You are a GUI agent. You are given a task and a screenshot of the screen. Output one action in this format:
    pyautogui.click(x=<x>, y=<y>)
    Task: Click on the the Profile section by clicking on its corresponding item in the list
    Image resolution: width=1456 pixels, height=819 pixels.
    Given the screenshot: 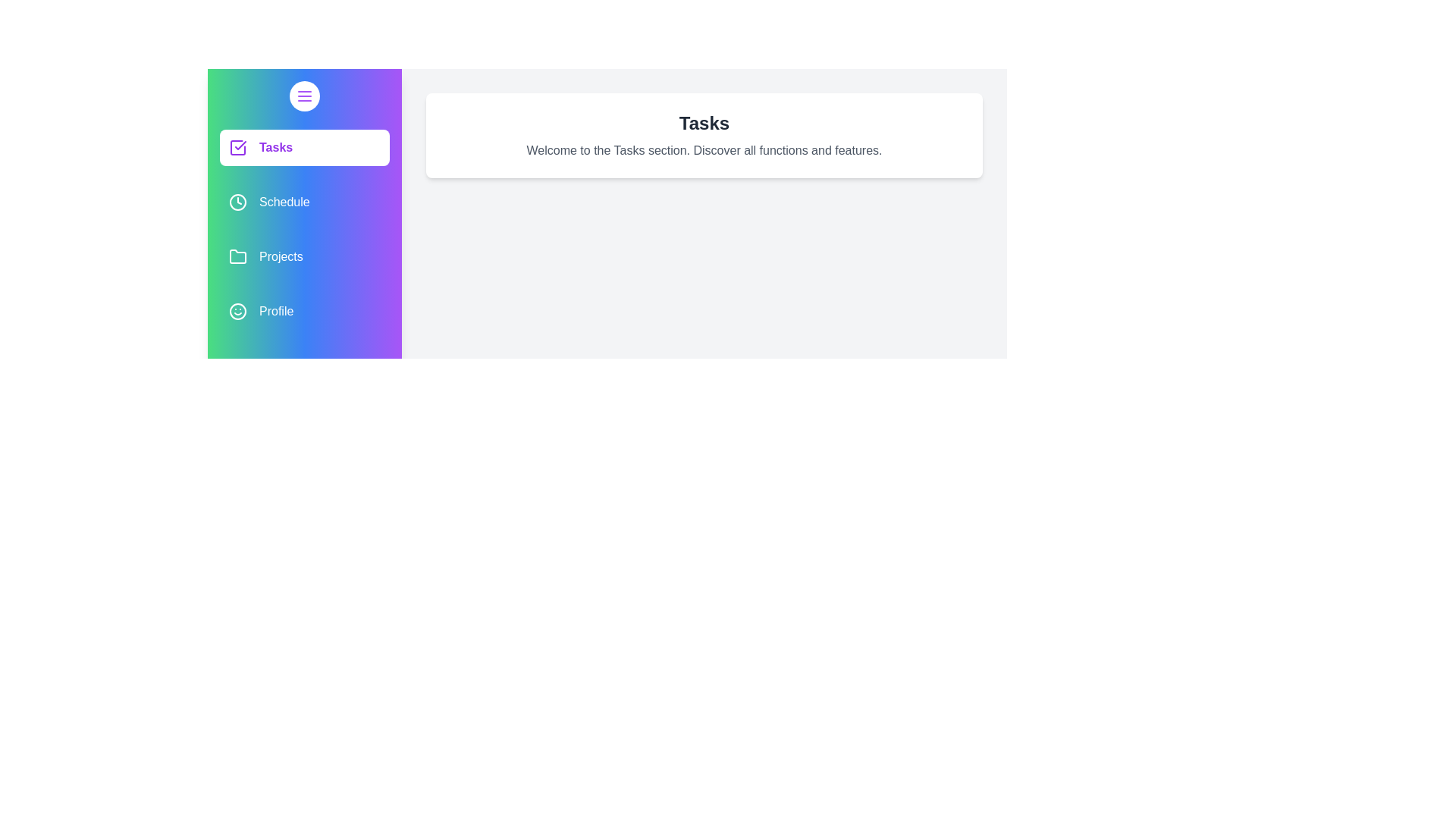 What is the action you would take?
    pyautogui.click(x=304, y=311)
    